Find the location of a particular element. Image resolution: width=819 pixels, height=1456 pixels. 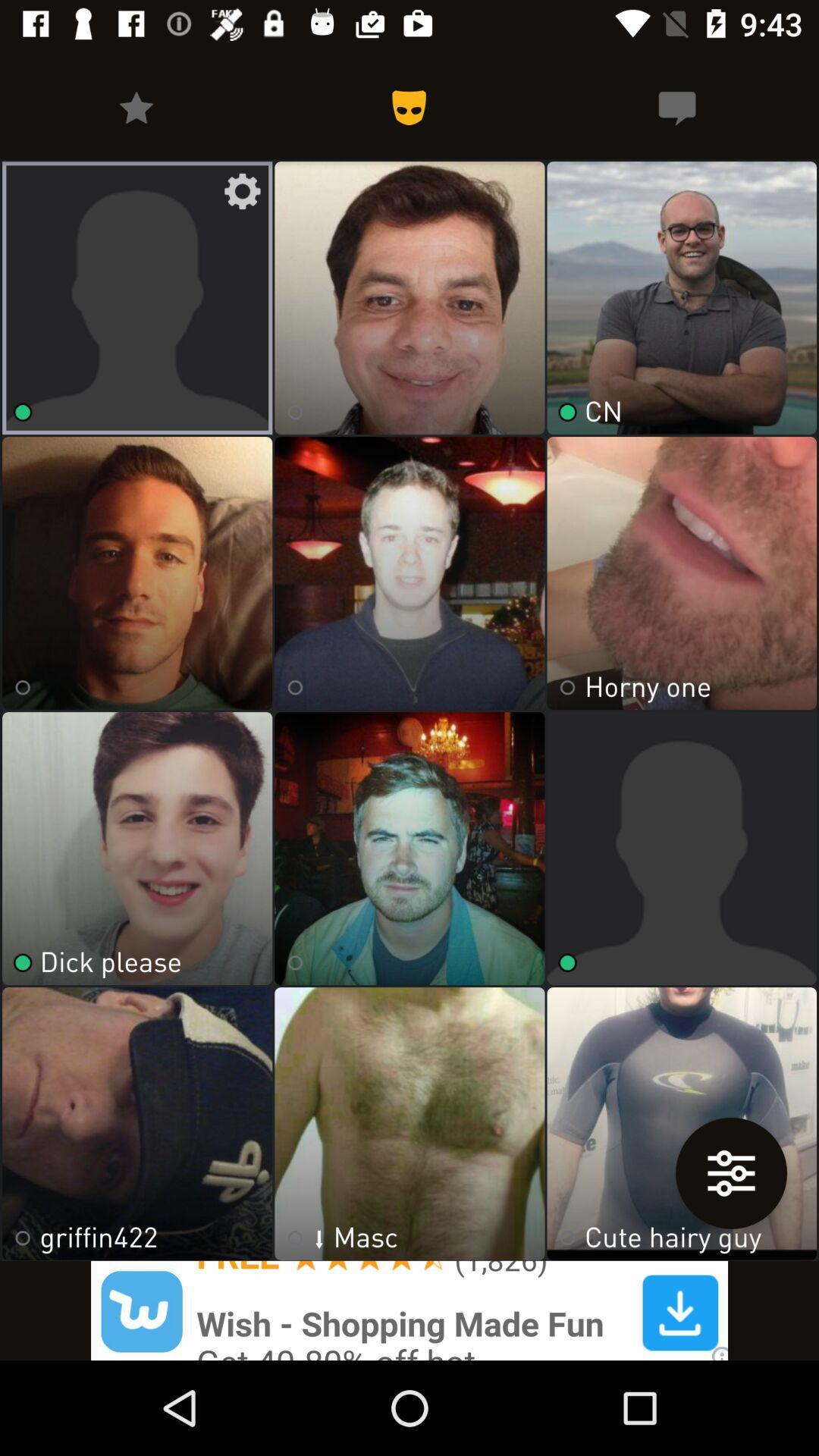

the sliders icon is located at coordinates (730, 1172).